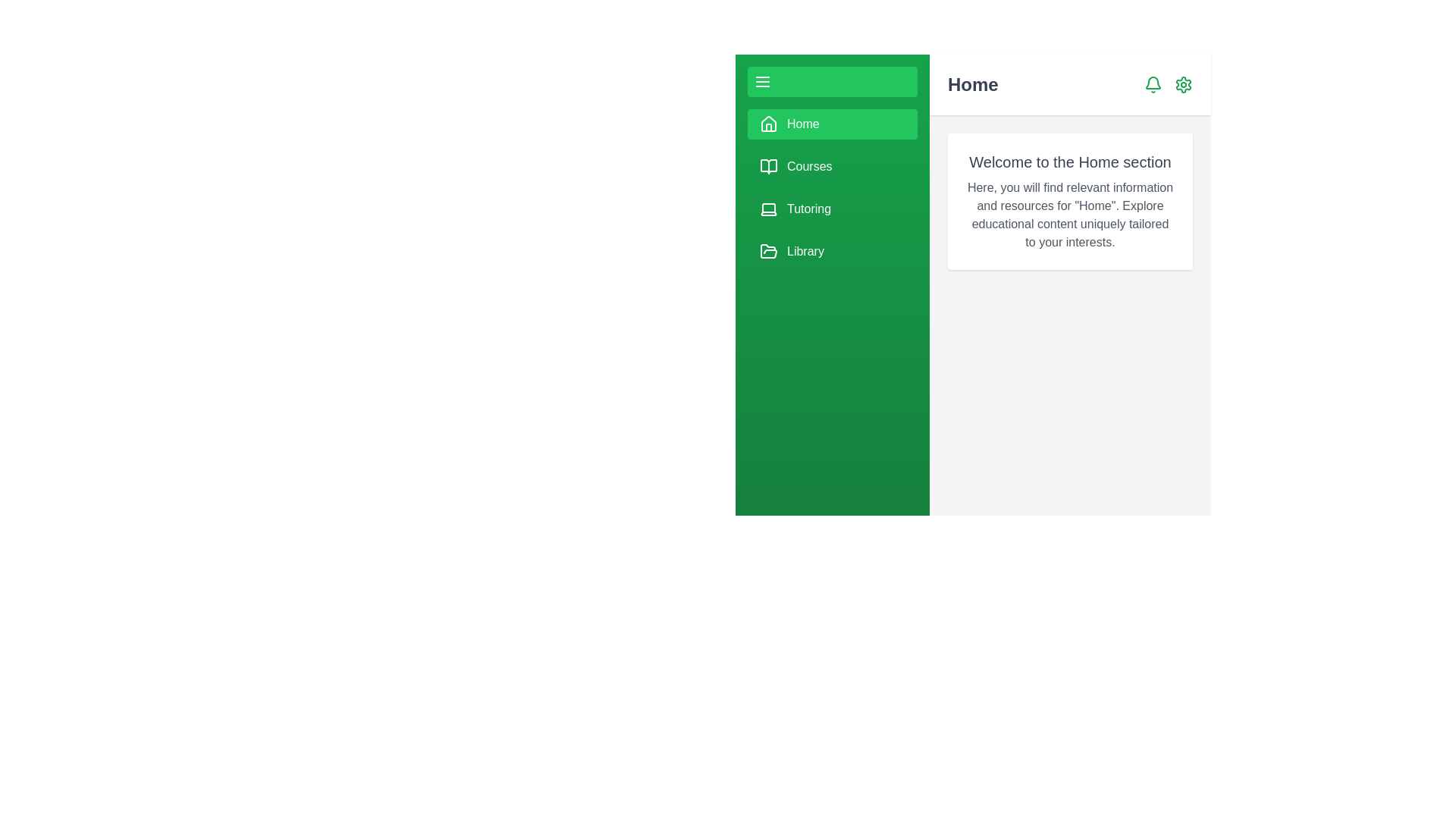 This screenshot has width=1456, height=819. What do you see at coordinates (832, 82) in the screenshot?
I see `the topmost button in the vertical sidebar panel on the left side of the interface` at bounding box center [832, 82].